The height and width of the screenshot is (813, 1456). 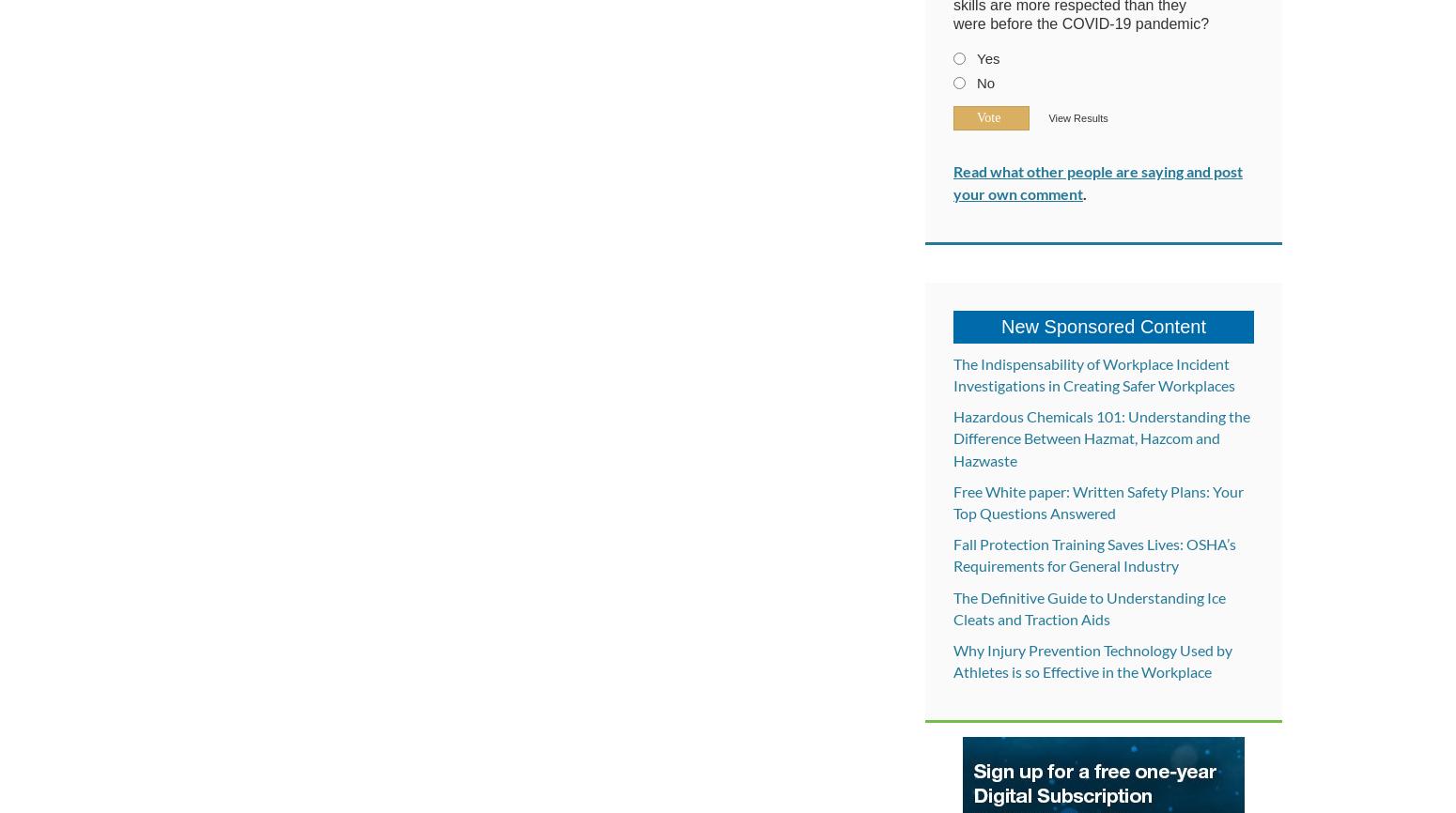 I want to click on 'Free White paper: Written Safety Plans: Your Top Questions Answered', so click(x=1098, y=500).